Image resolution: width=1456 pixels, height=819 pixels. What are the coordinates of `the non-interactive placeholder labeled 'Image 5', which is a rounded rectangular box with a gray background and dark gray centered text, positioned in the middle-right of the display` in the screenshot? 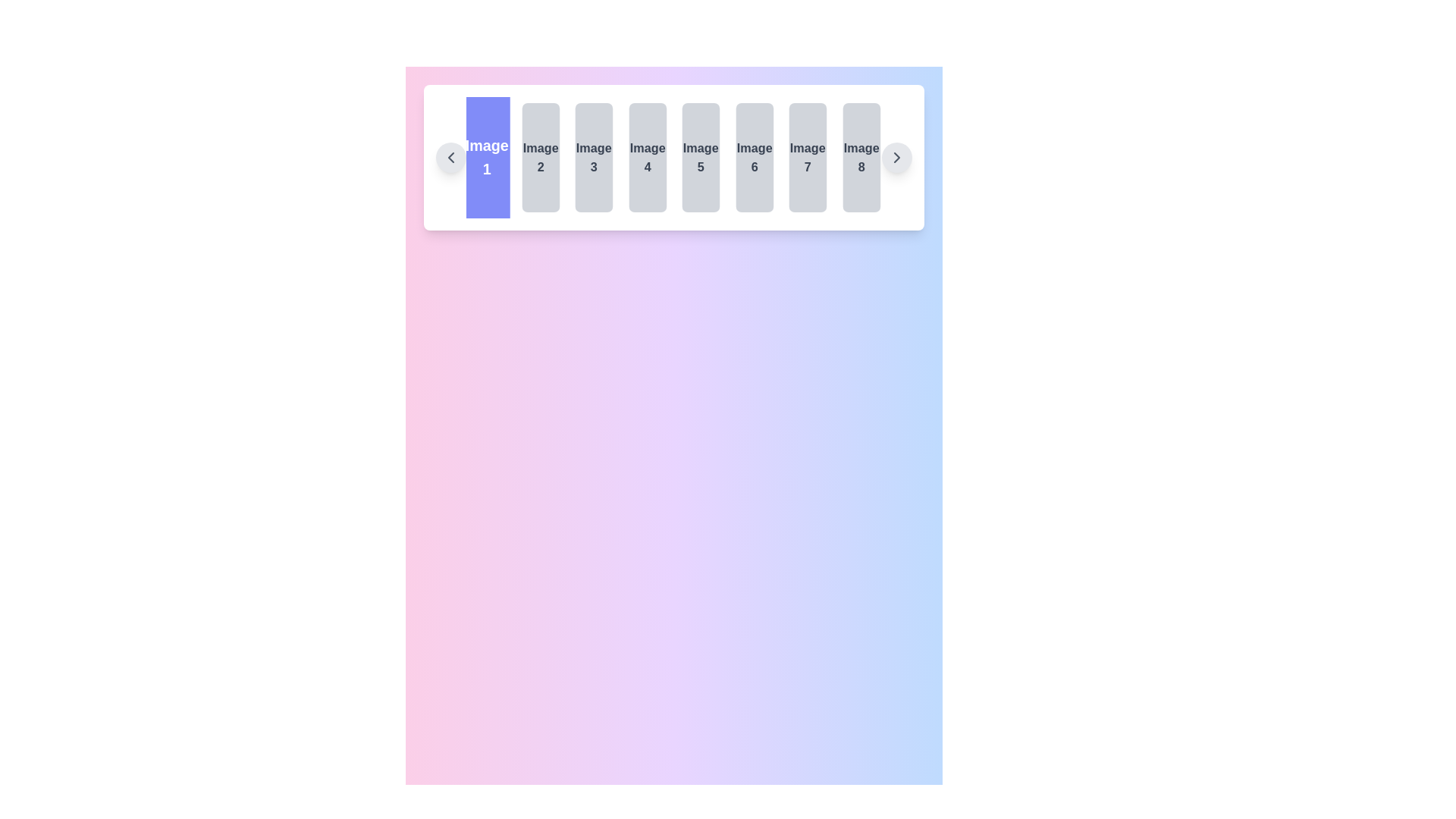 It's located at (700, 158).